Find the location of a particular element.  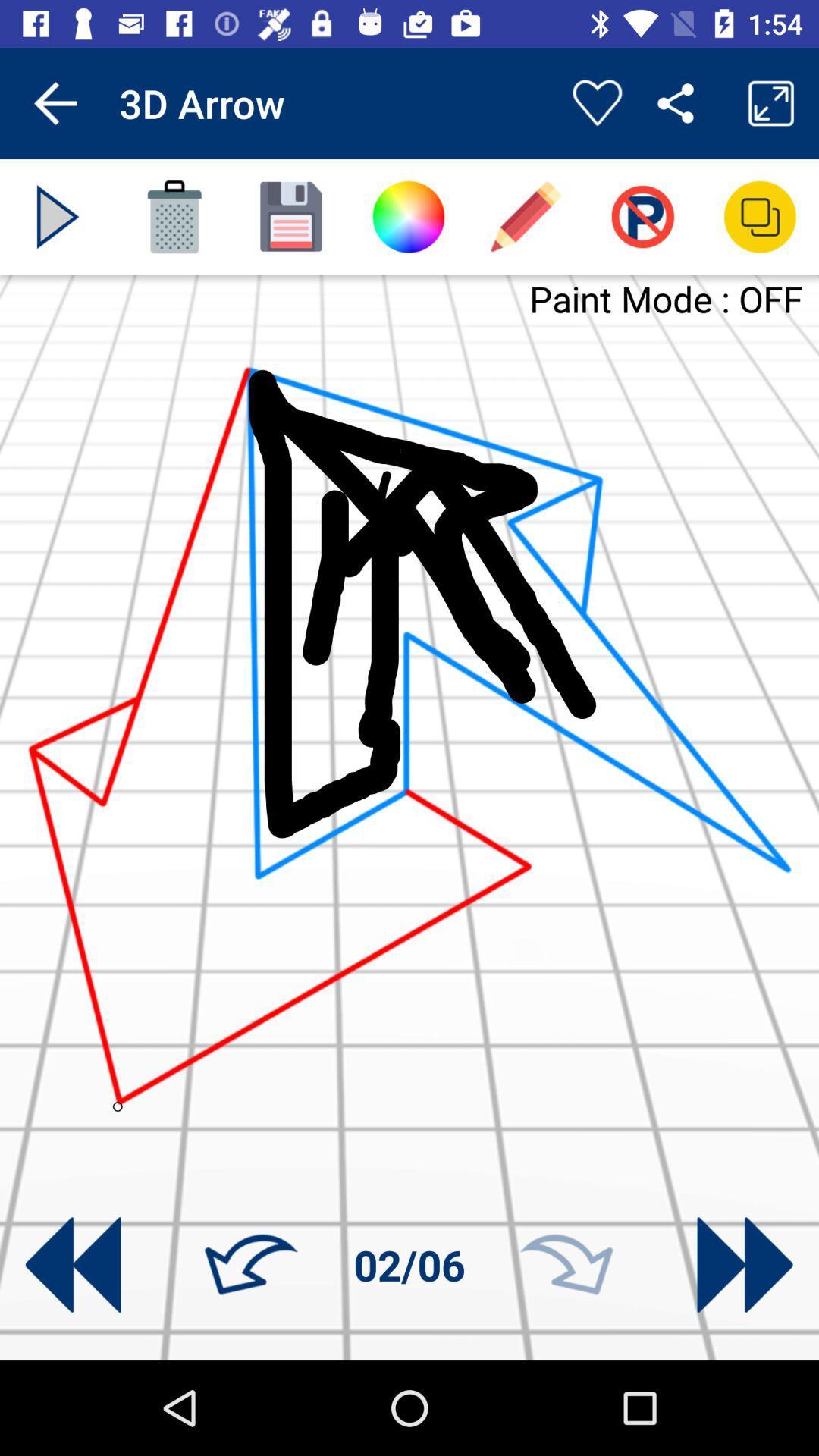

image is located at coordinates (291, 216).